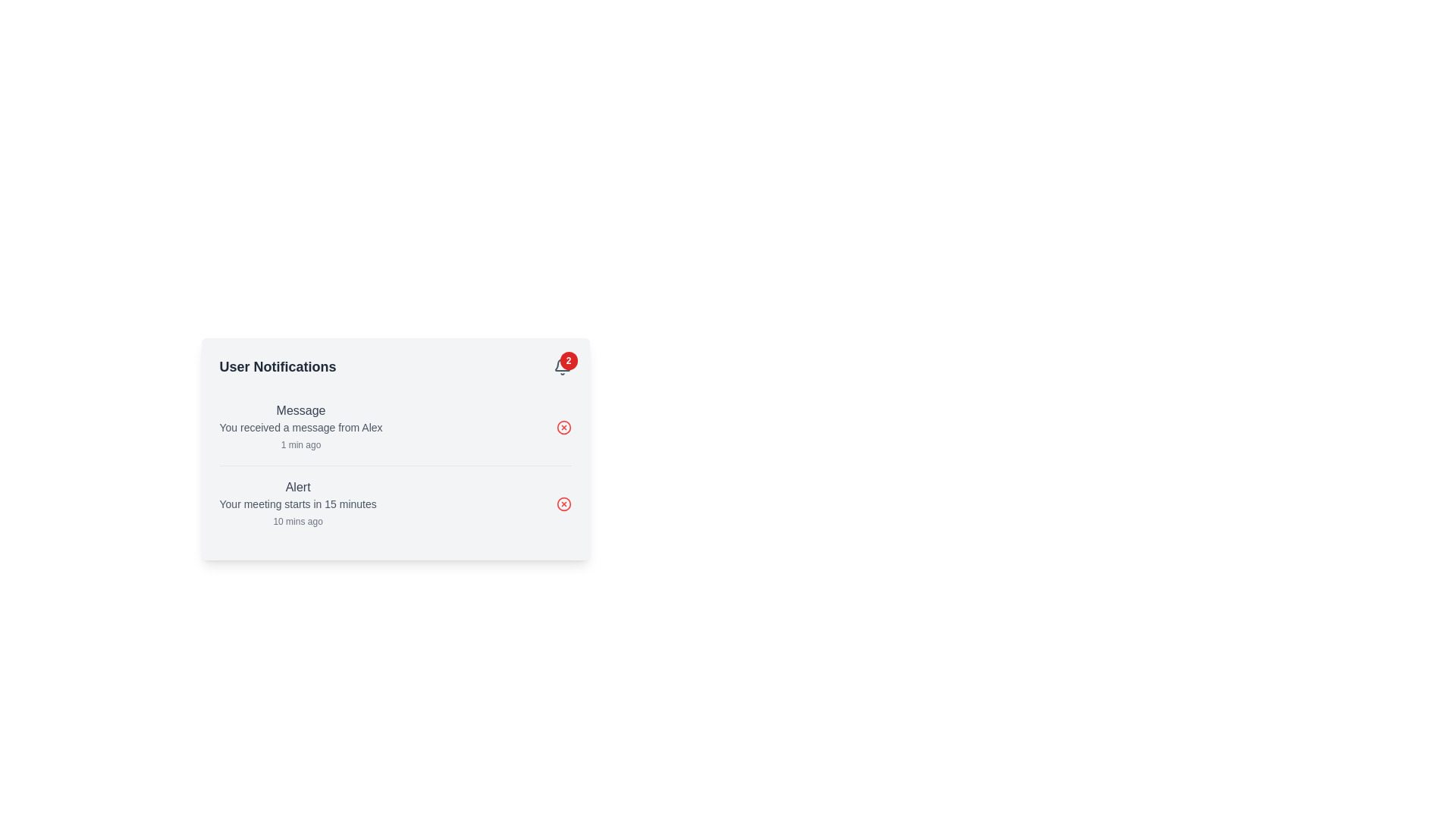 The height and width of the screenshot is (819, 1456). I want to click on the static text label displaying 'Alert' in bold gray color, located within the 'User Notifications' card, so click(298, 488).